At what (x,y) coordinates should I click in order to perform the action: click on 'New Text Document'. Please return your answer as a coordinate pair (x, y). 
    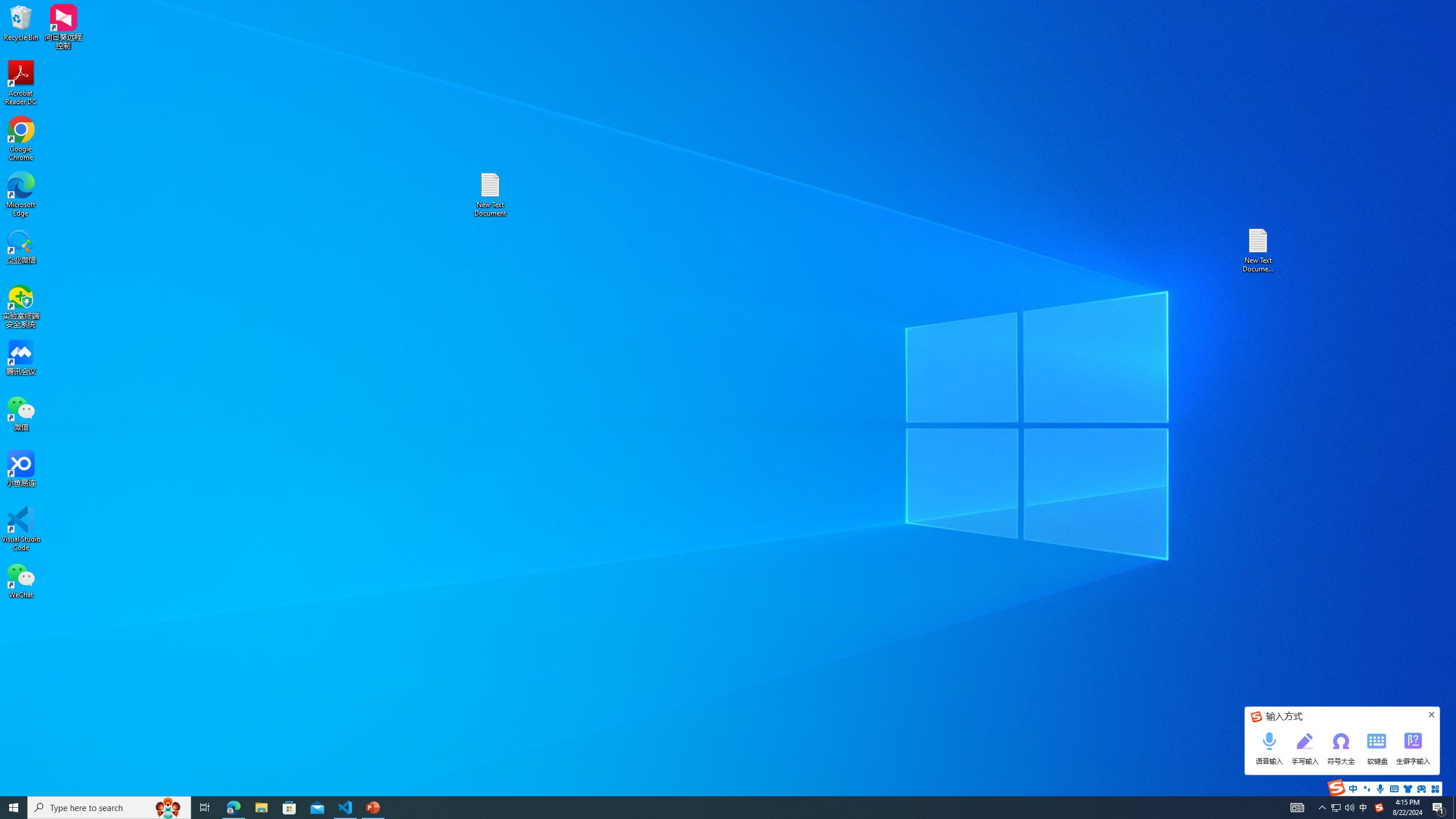
    Looking at the image, I should click on (489, 194).